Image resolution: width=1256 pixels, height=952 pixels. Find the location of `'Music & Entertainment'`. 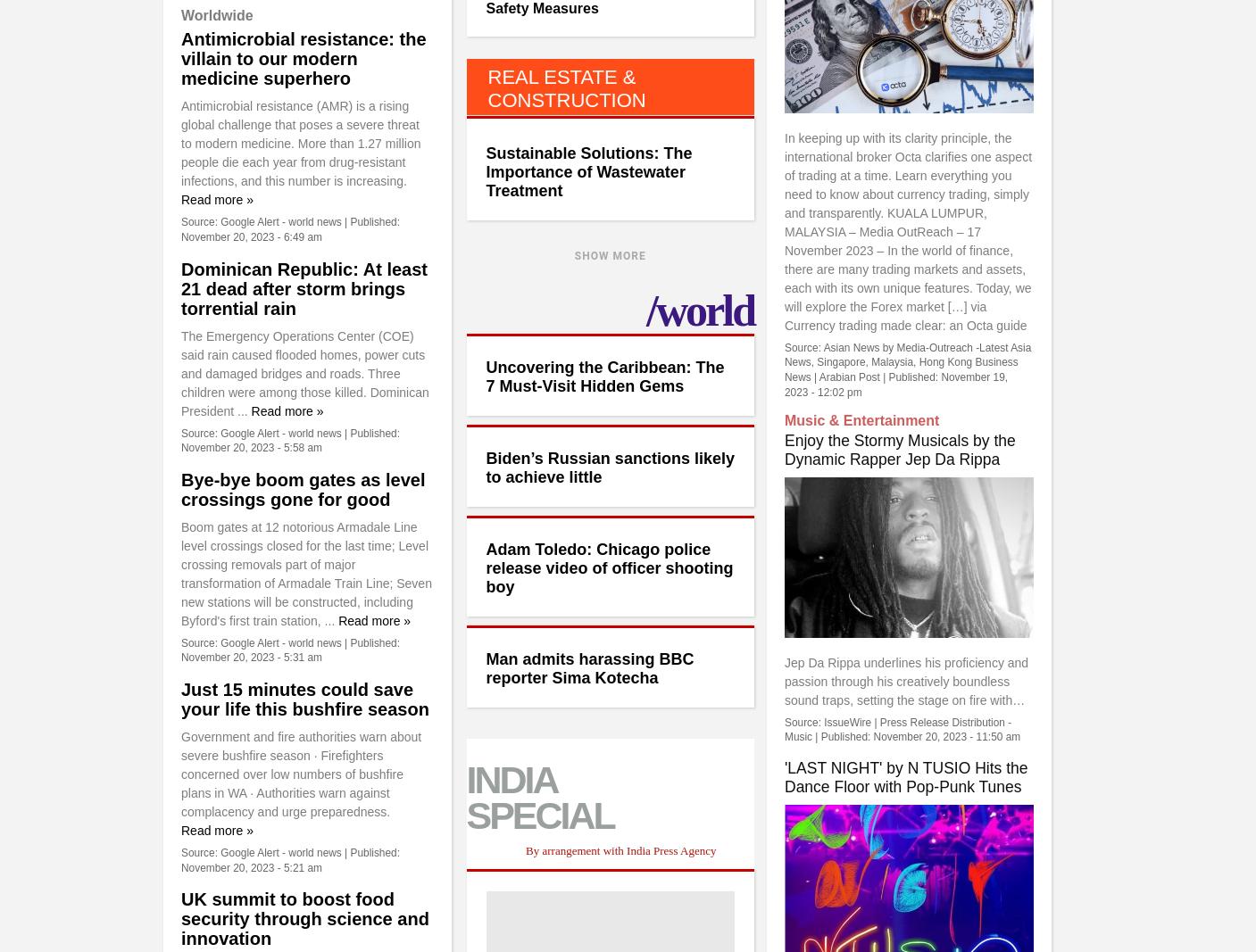

'Music & Entertainment' is located at coordinates (861, 419).